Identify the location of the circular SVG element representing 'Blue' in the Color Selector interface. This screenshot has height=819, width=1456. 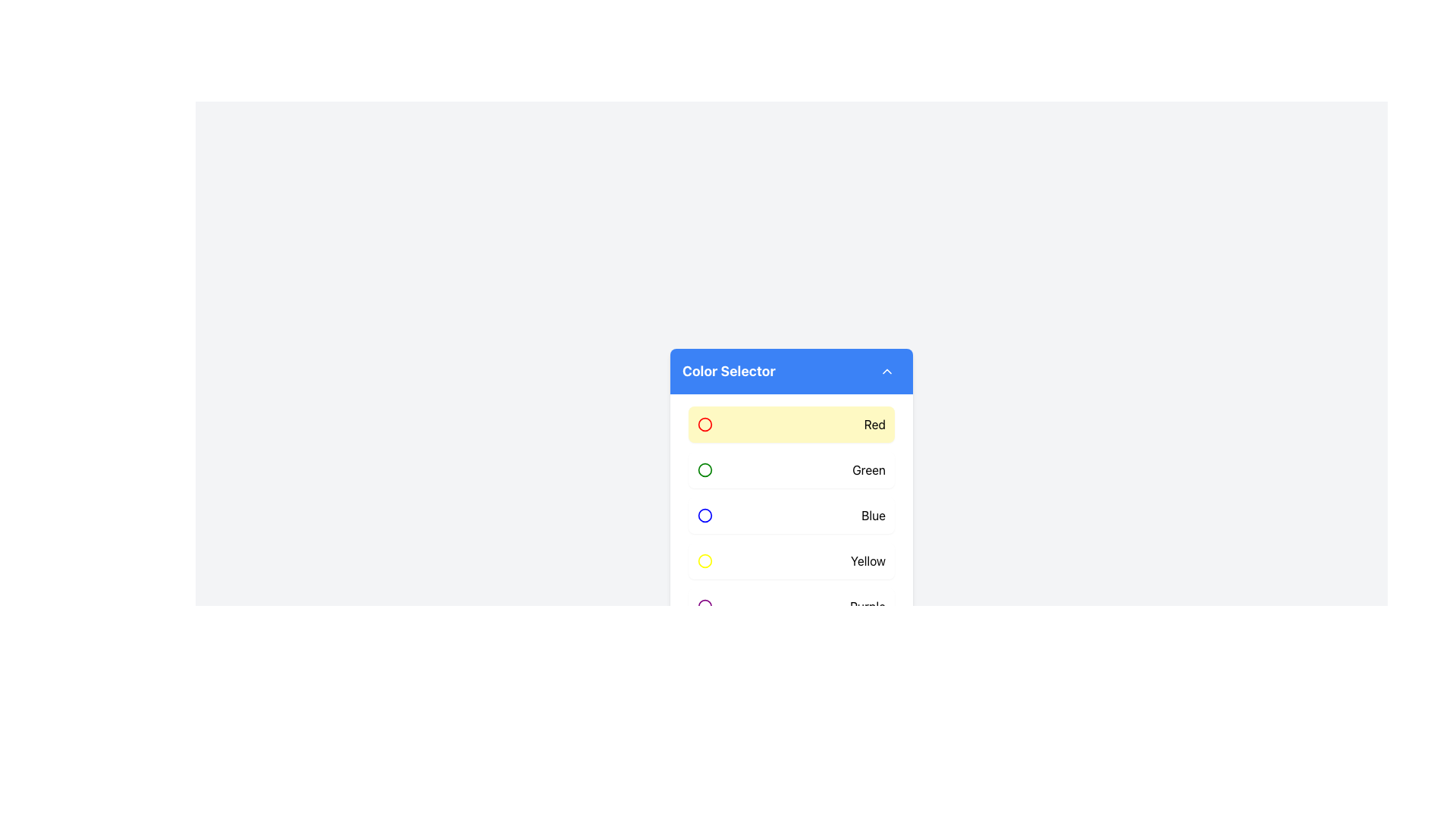
(704, 514).